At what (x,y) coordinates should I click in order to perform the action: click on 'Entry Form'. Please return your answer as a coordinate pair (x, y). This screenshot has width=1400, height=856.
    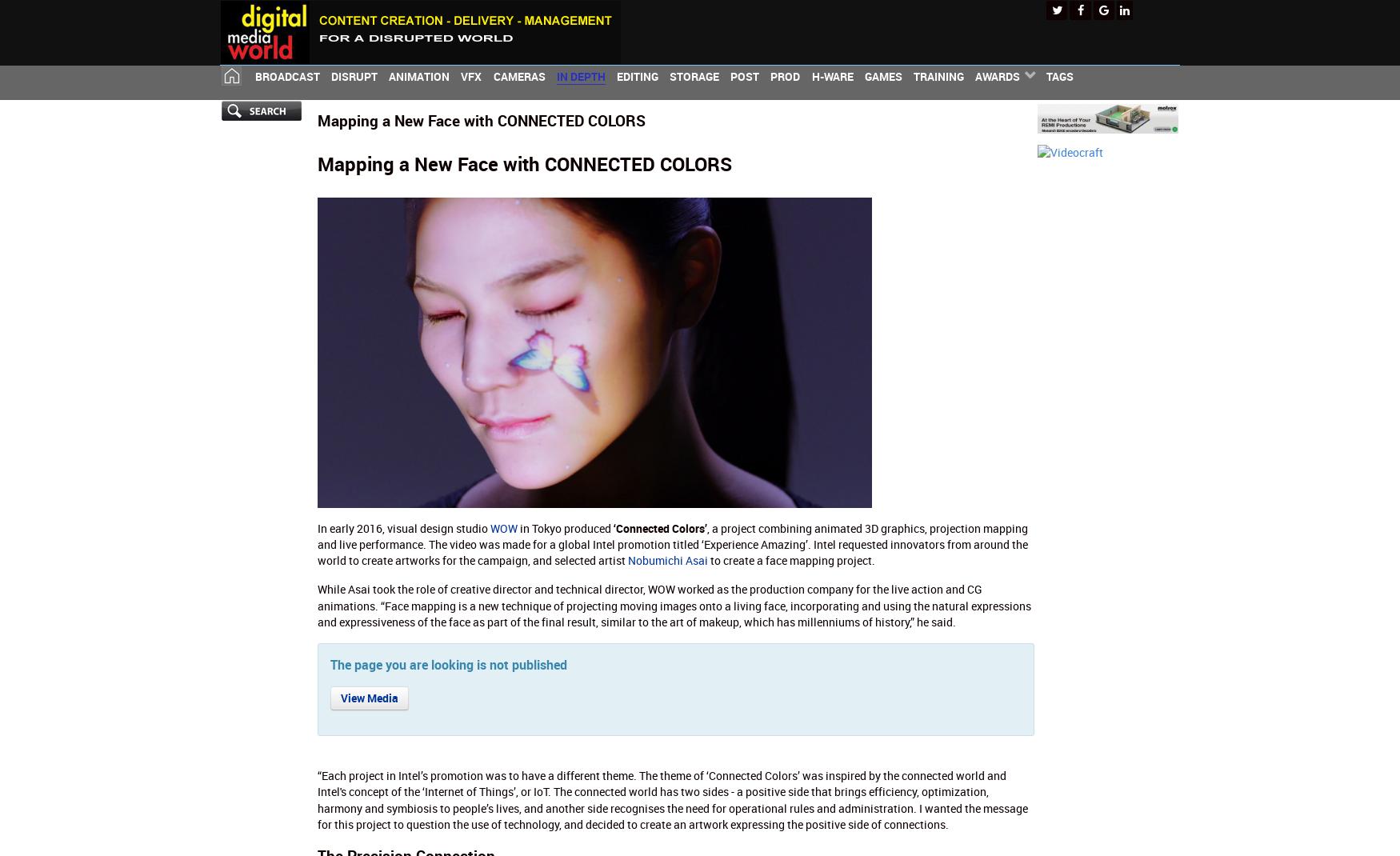
    Looking at the image, I should click on (974, 126).